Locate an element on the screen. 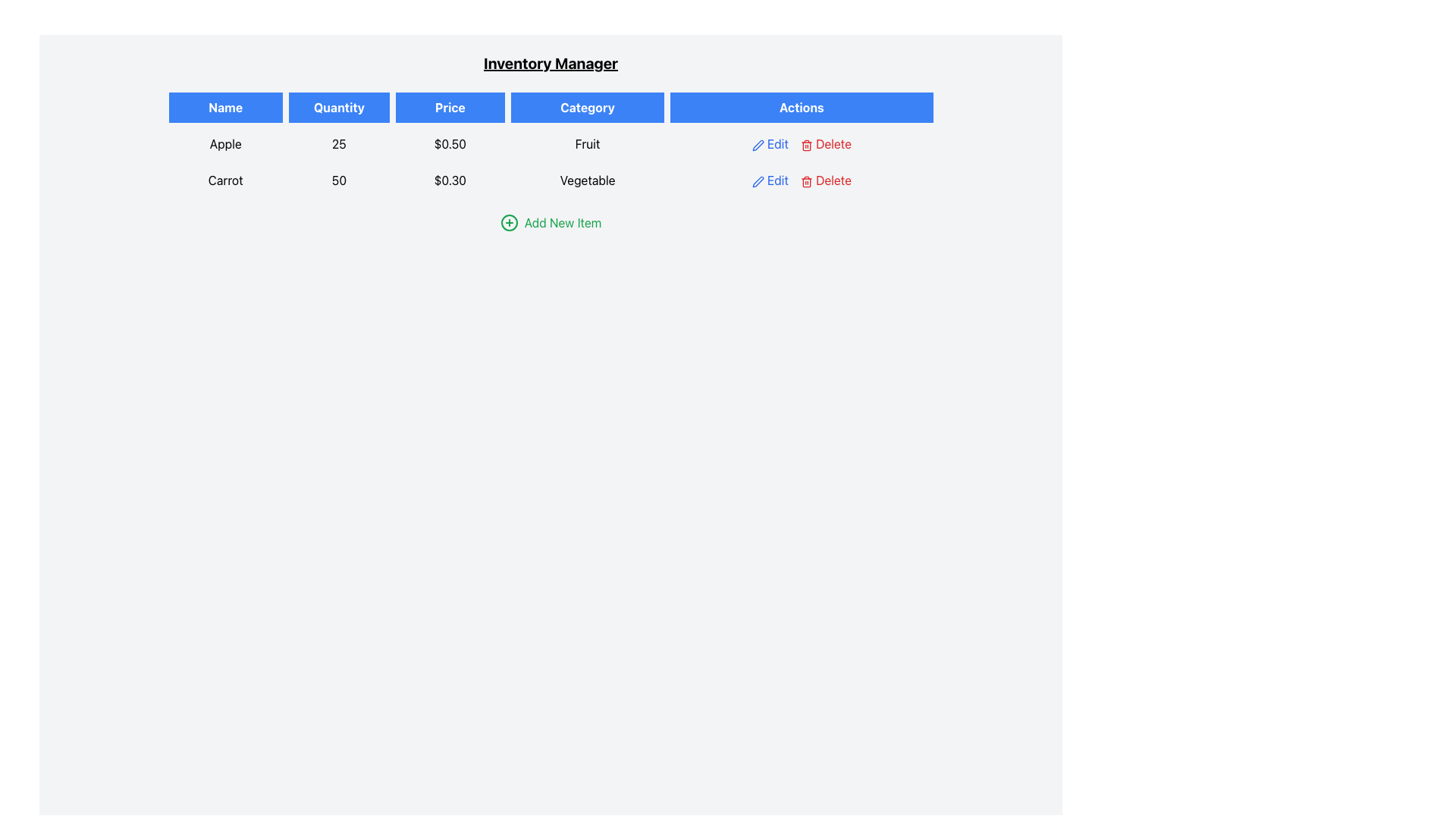 Image resolution: width=1456 pixels, height=819 pixels. the delete icon located in the 'Actions' column of the second row in the table is located at coordinates (805, 180).